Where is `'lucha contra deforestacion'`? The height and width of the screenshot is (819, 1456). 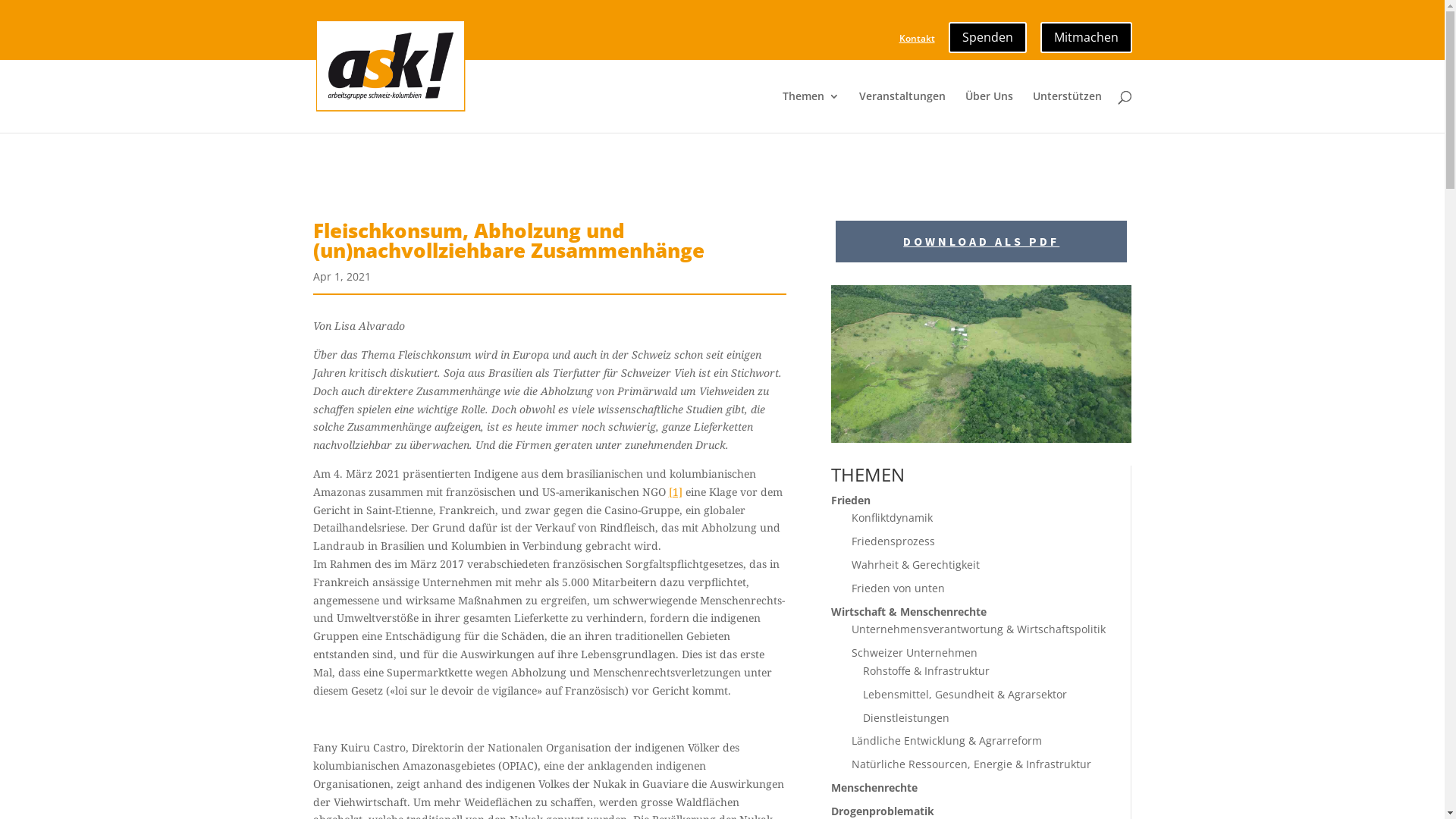
'lucha contra deforestacion' is located at coordinates (981, 363).